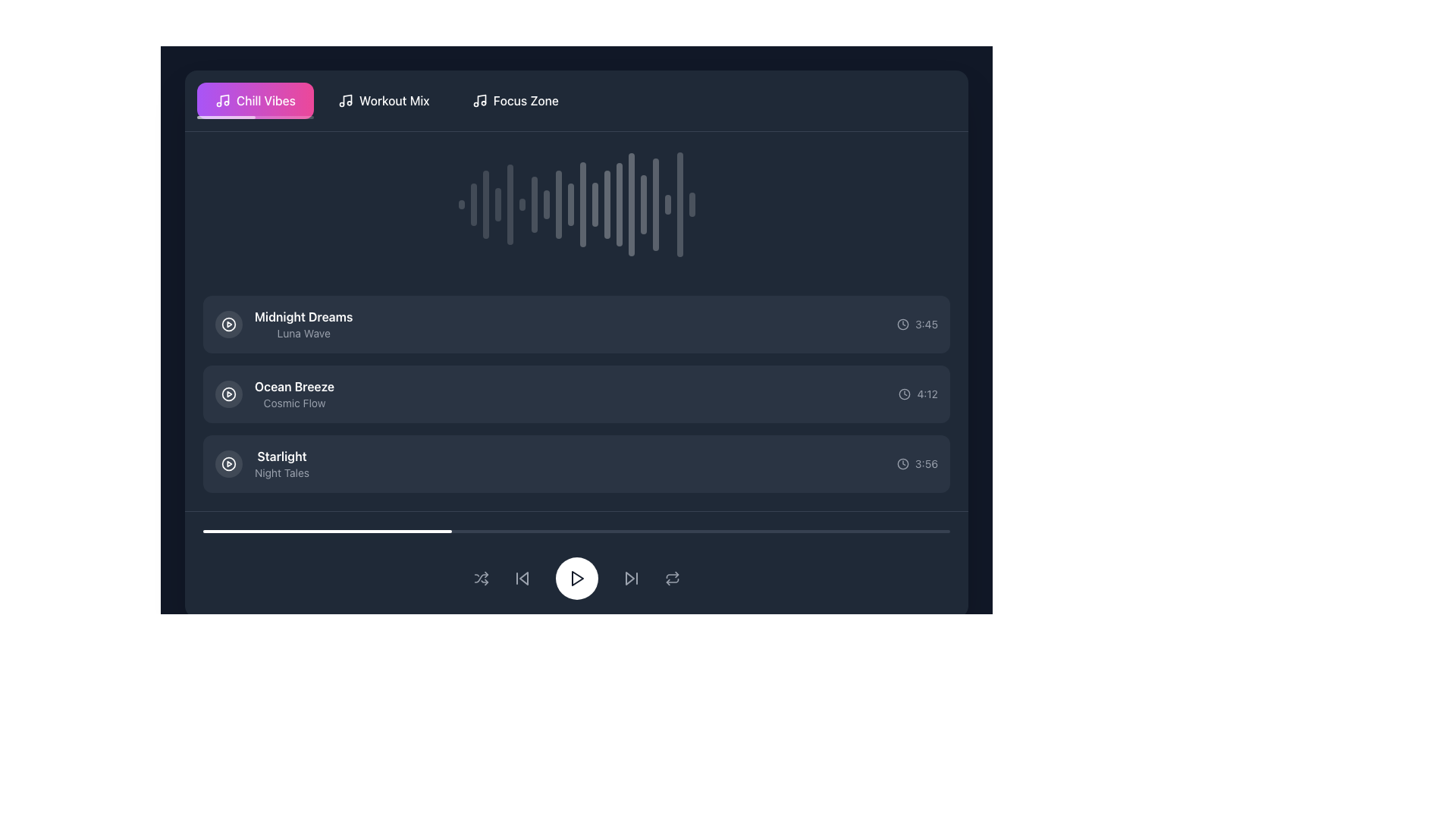 The image size is (1456, 819). What do you see at coordinates (221, 100) in the screenshot?
I see `the 'Chill Vibes' tab icon located in the top-left corner of the navigation bar, which serves as a visual identifier for its musical context` at bounding box center [221, 100].